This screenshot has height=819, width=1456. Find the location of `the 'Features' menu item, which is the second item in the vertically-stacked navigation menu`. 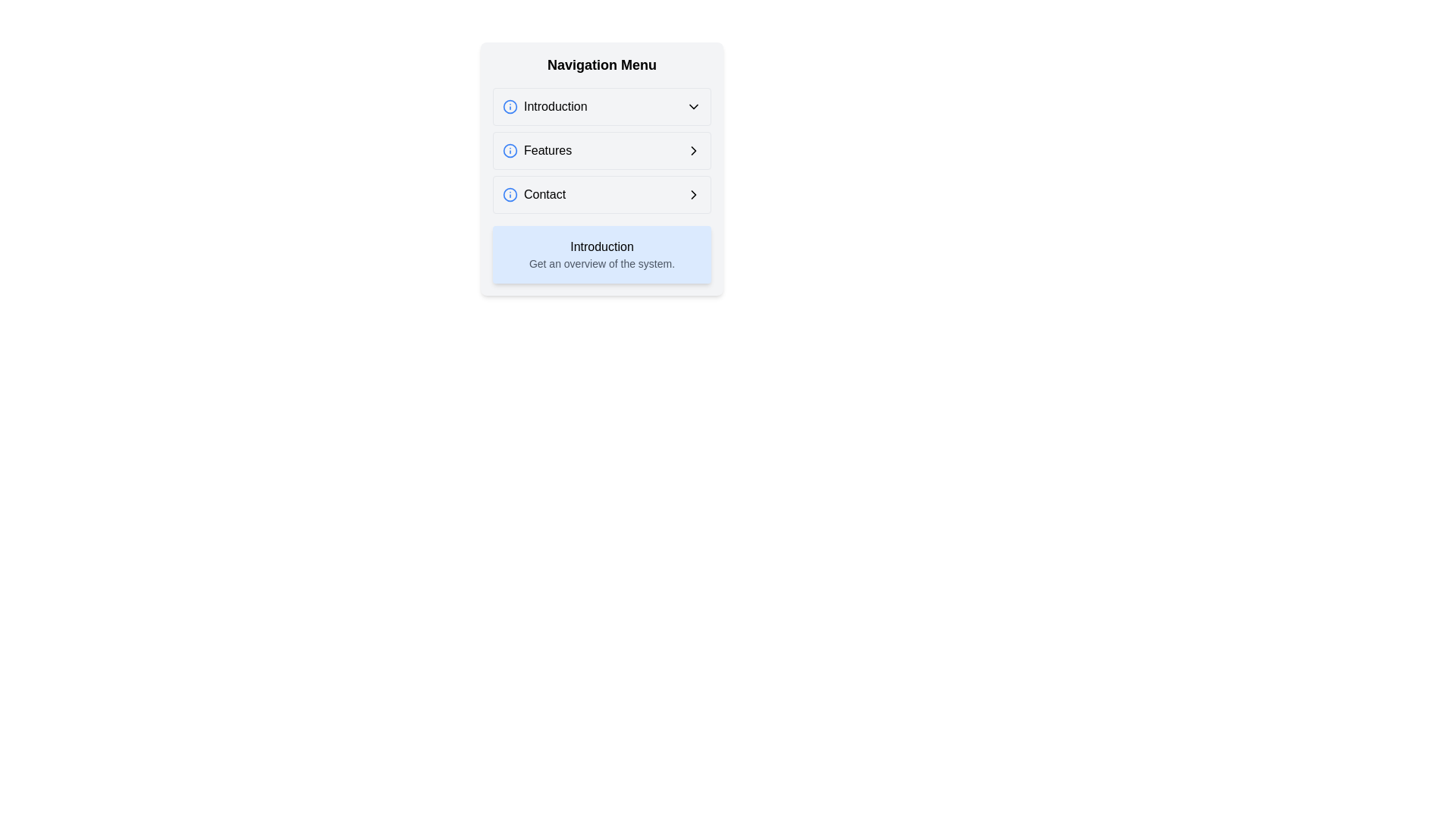

the 'Features' menu item, which is the second item in the vertically-stacked navigation menu is located at coordinates (537, 151).